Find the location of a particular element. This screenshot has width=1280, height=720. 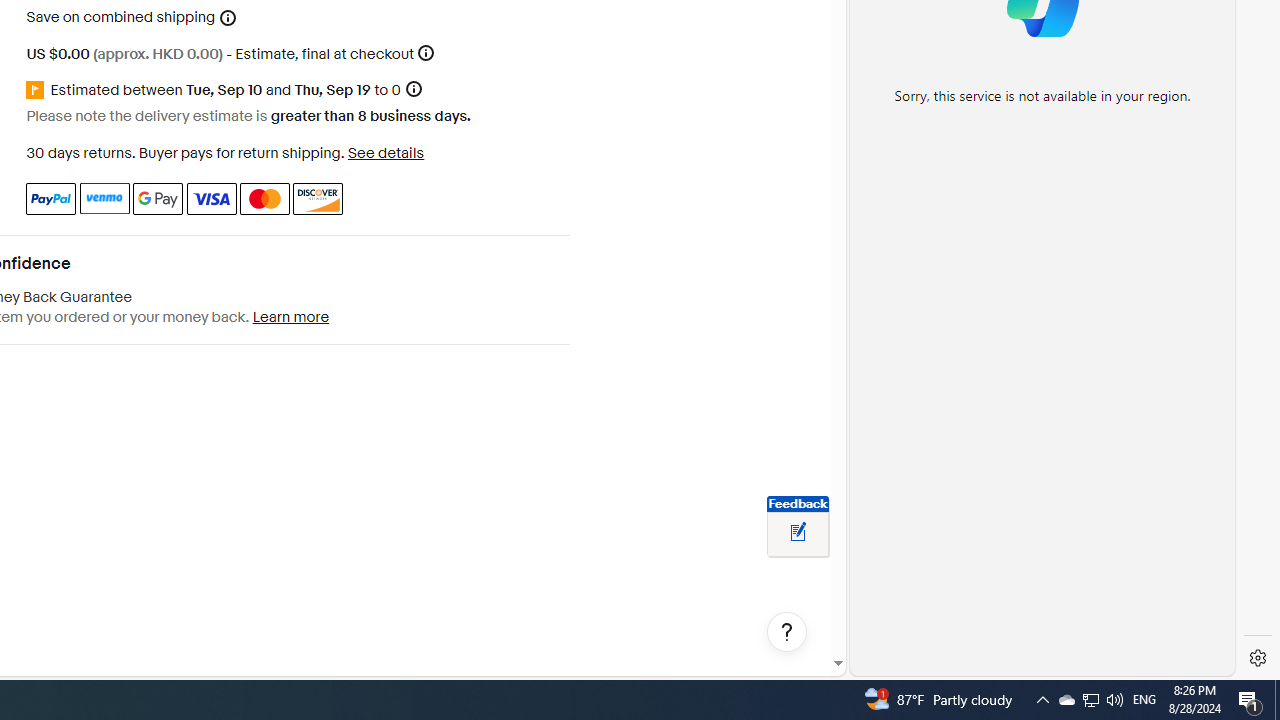

'Visa' is located at coordinates (211, 198).